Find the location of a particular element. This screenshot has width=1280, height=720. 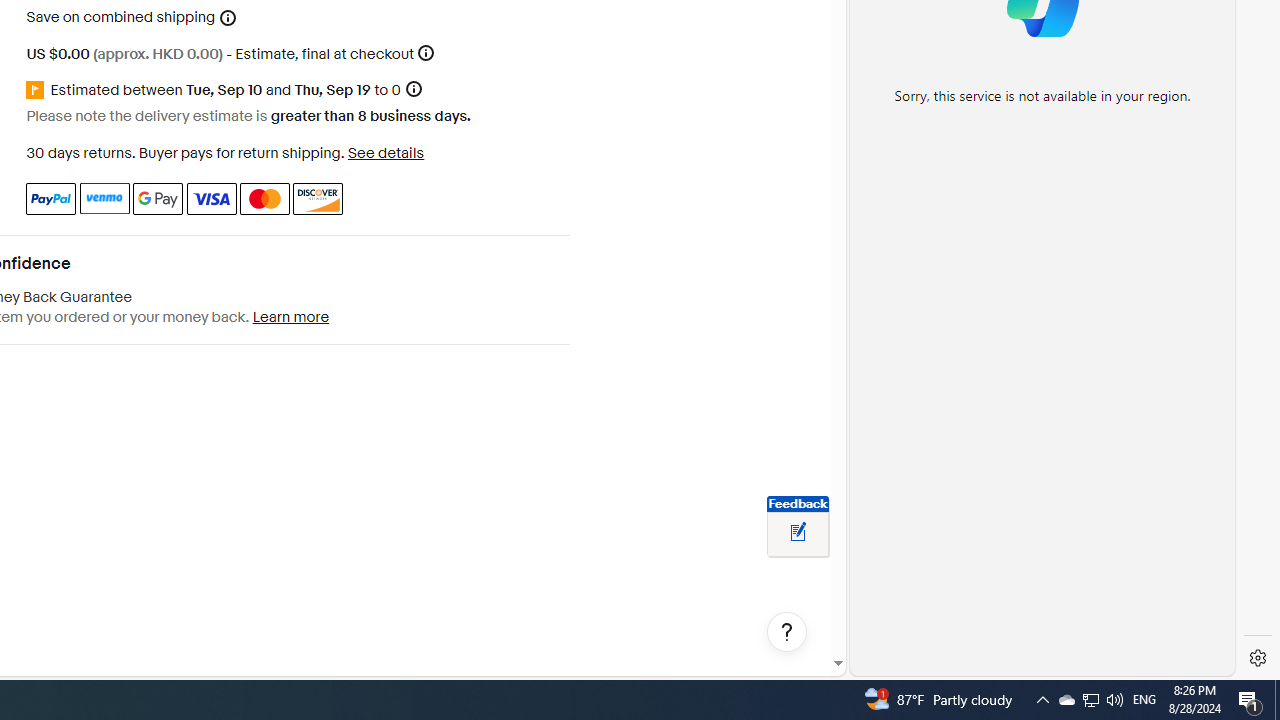

'Visa' is located at coordinates (211, 198).